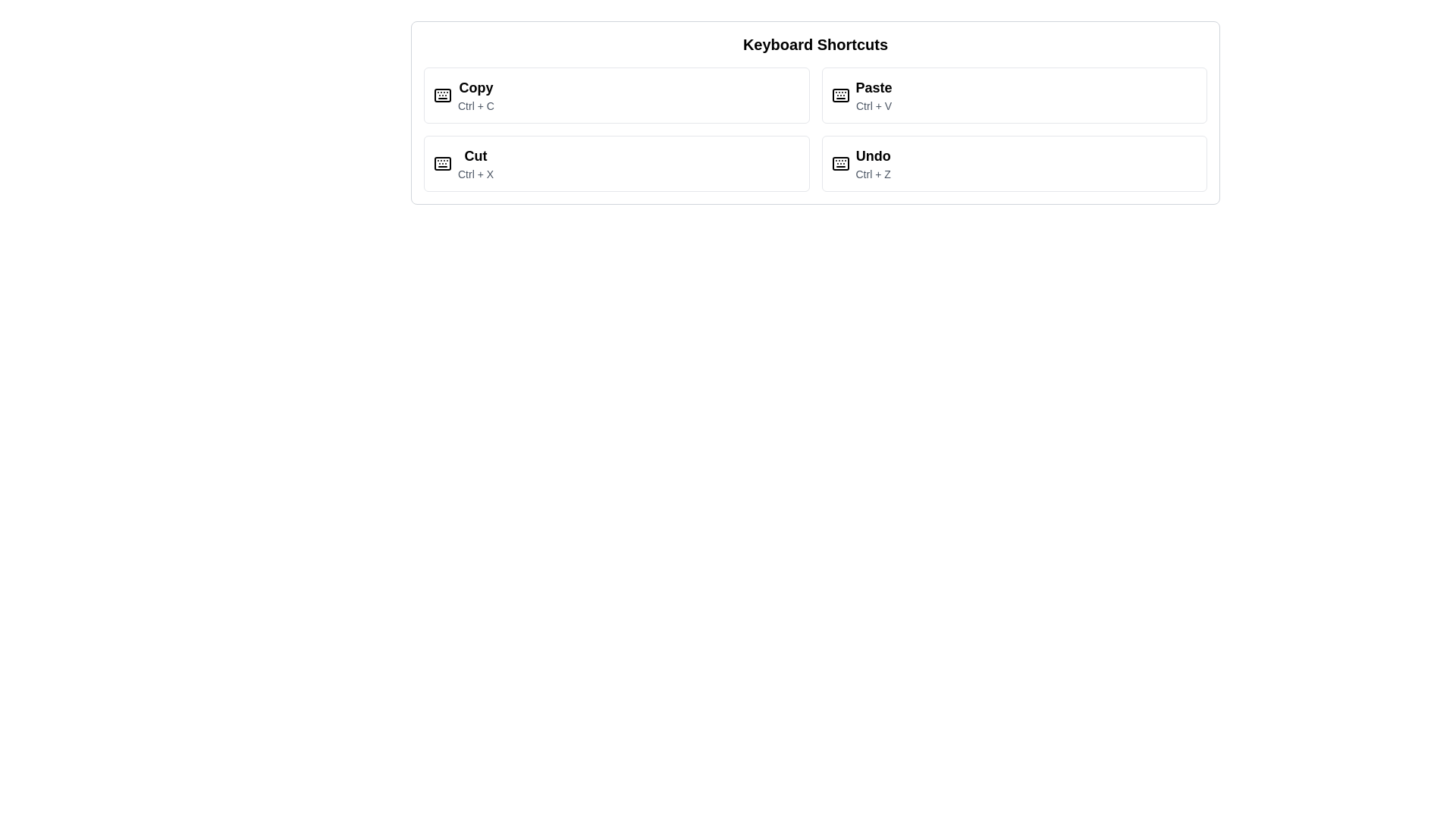  What do you see at coordinates (1014, 96) in the screenshot?
I see `the 'Paste' button, which is the second element in the grid layout and shows the keyboard shortcut 'Ctrl + V'` at bounding box center [1014, 96].